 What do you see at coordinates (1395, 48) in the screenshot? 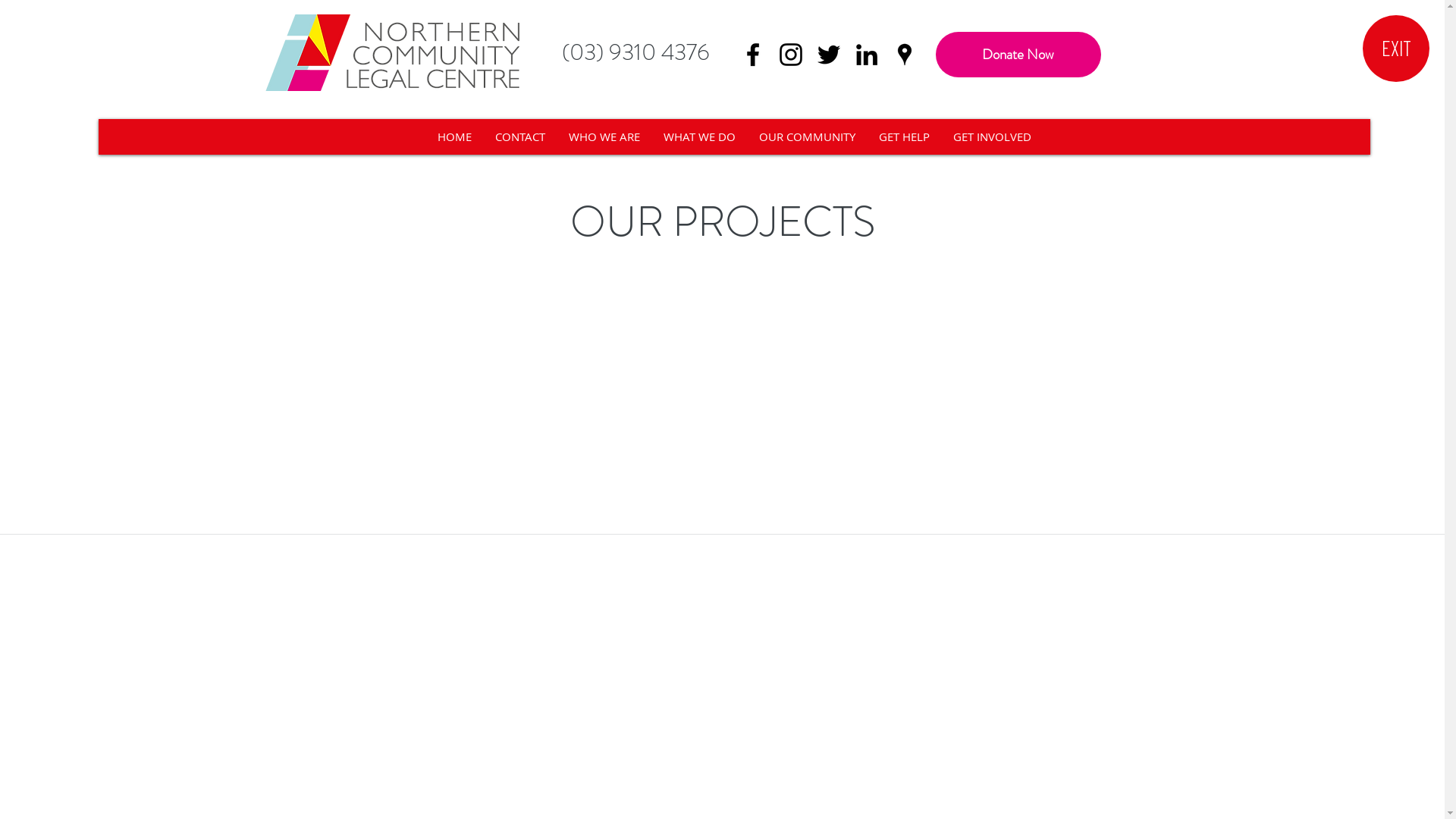
I see `'EXIT'` at bounding box center [1395, 48].